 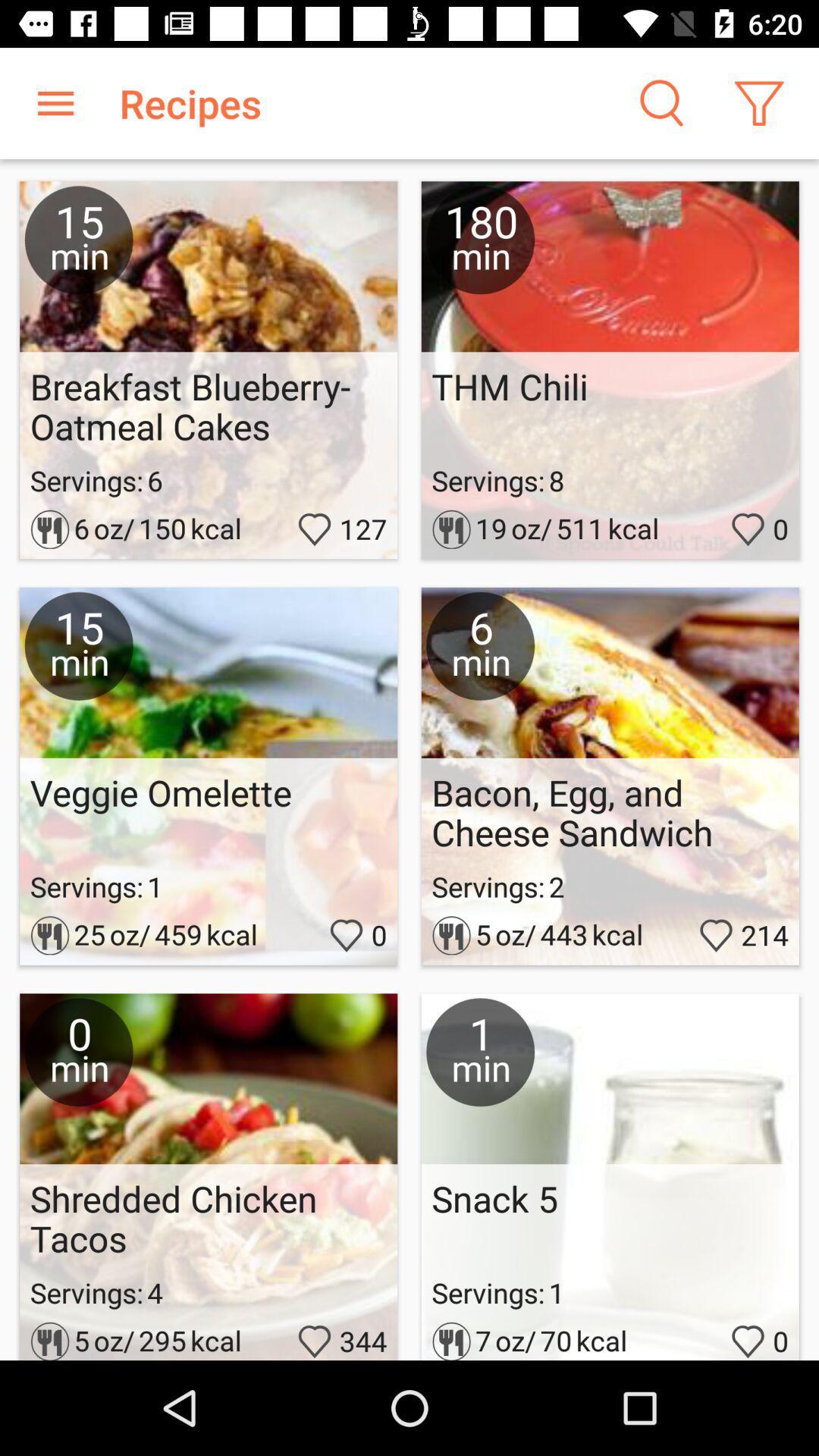 What do you see at coordinates (55, 102) in the screenshot?
I see `the item next to the recipes app` at bounding box center [55, 102].